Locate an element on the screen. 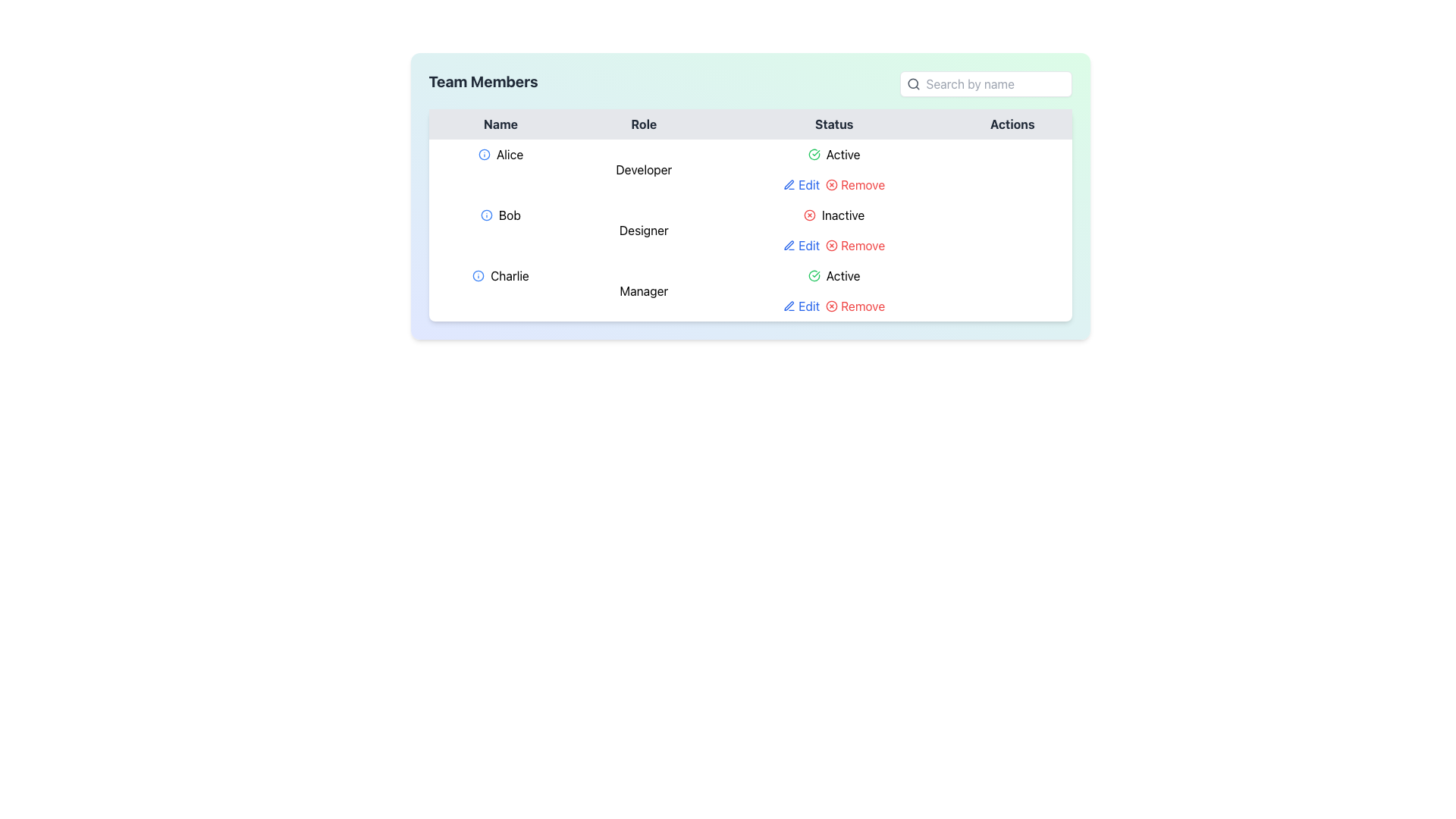  the 'Role' label for the row representing 'Bob' in the table, which indicates his role and is located between the 'Name' column ('Bob') and the 'Status' column ('Inactive') is located at coordinates (644, 231).